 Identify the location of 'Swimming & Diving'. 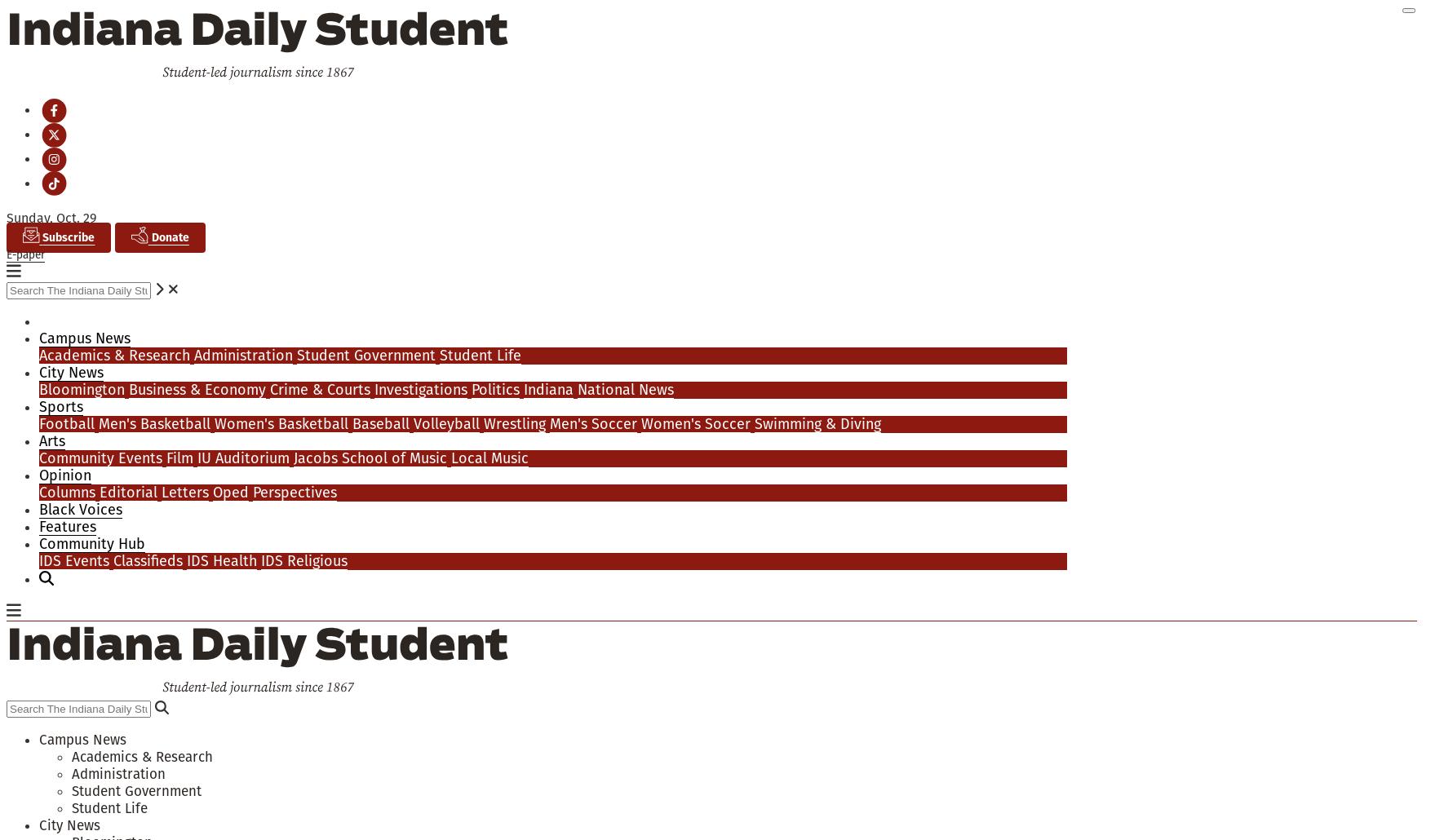
(817, 423).